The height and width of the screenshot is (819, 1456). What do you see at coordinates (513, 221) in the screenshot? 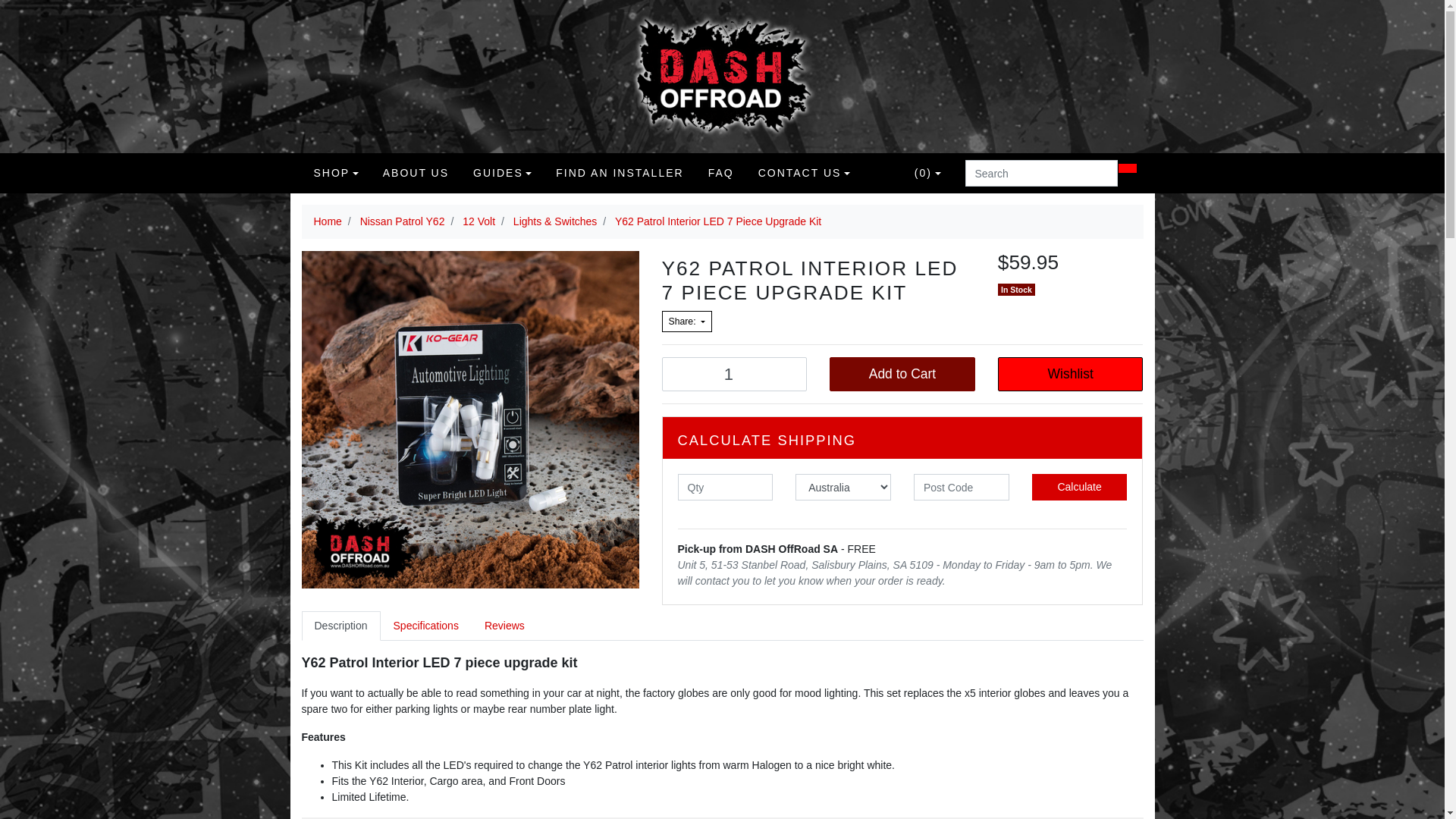
I see `'Lights & Switches'` at bounding box center [513, 221].